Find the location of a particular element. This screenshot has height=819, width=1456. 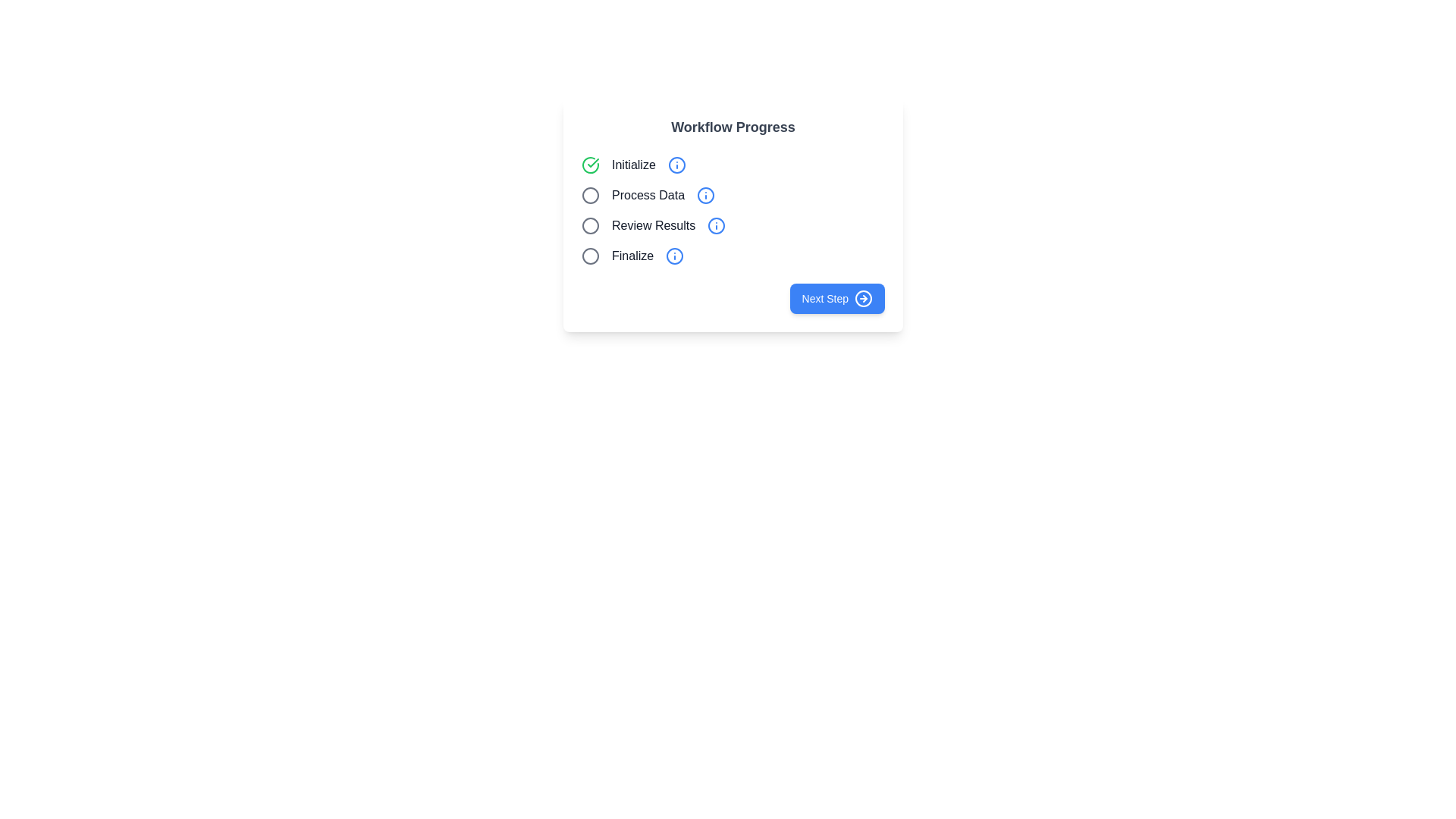

the visual state of the unfilled grey circle graphical component that is adjacent to the 'Process Data' text is located at coordinates (589, 195).